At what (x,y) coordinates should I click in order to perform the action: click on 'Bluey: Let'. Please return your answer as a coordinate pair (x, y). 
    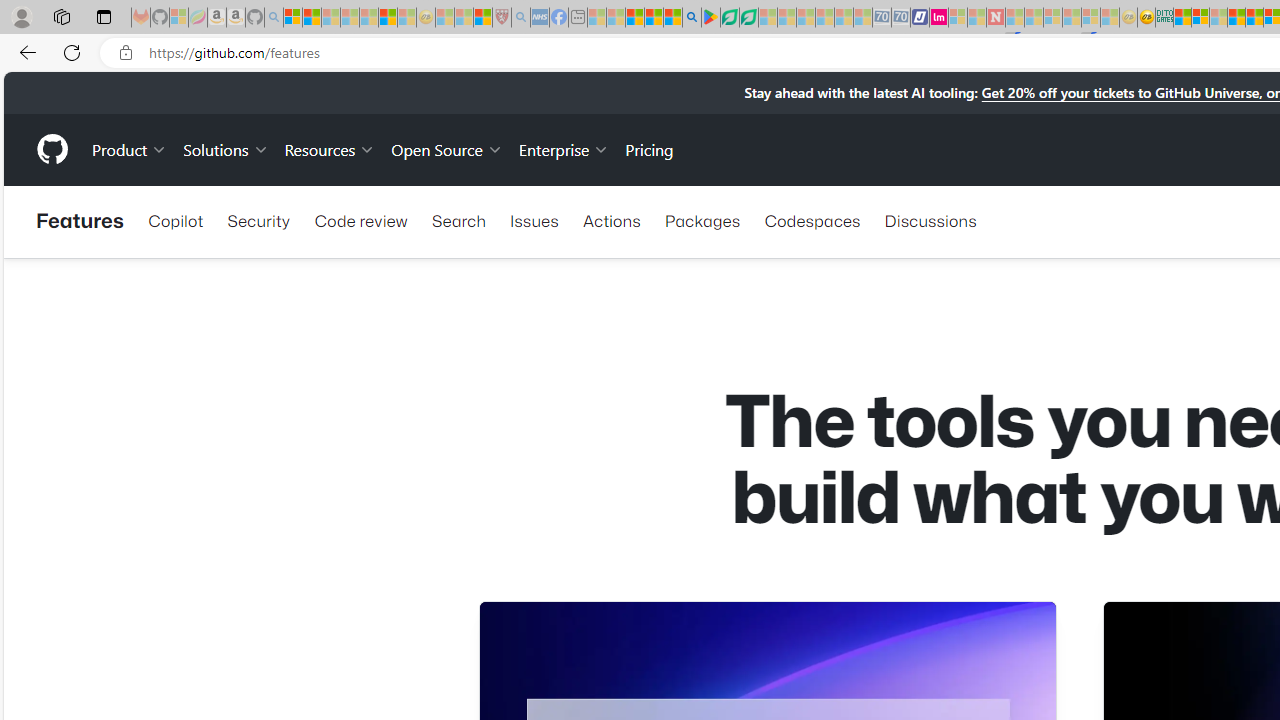
    Looking at the image, I should click on (711, 17).